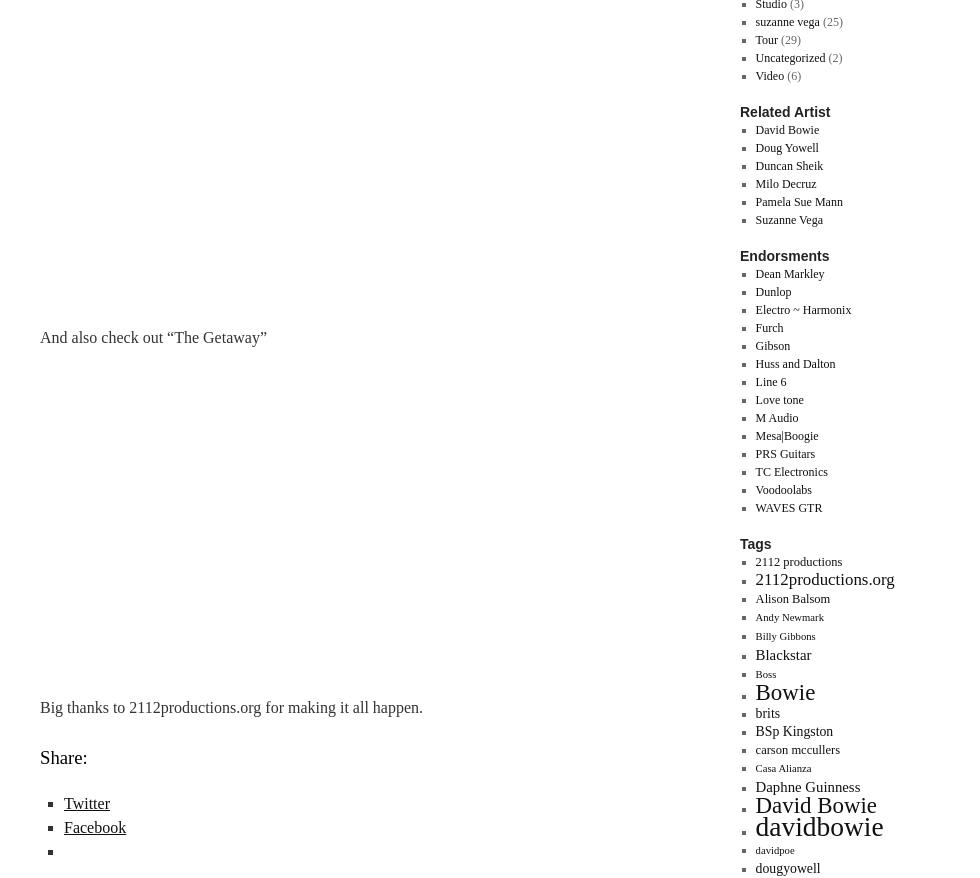  Describe the element at coordinates (94, 826) in the screenshot. I see `'Facebook'` at that location.